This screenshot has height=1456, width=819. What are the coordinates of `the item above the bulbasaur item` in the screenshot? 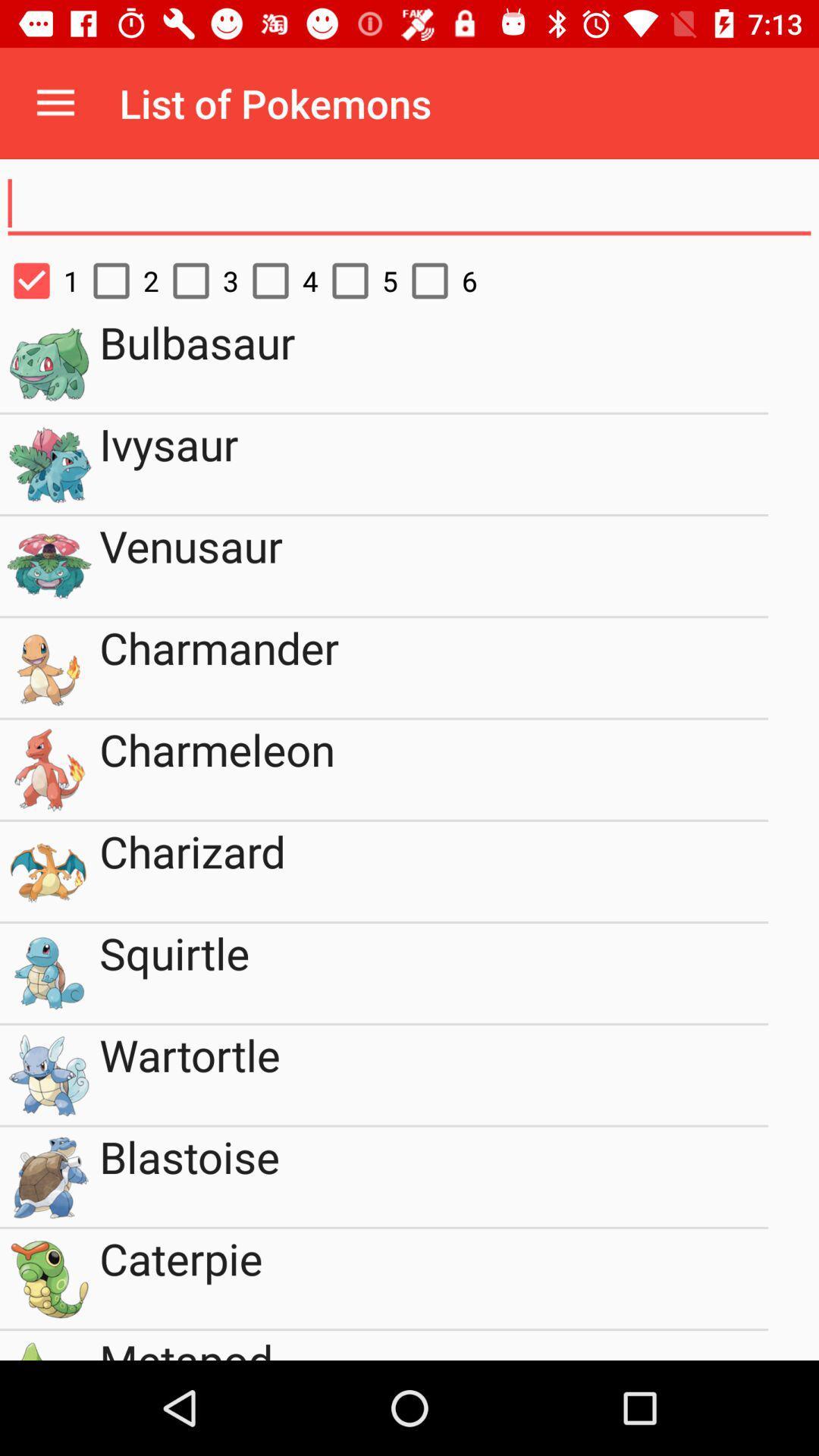 It's located at (278, 281).